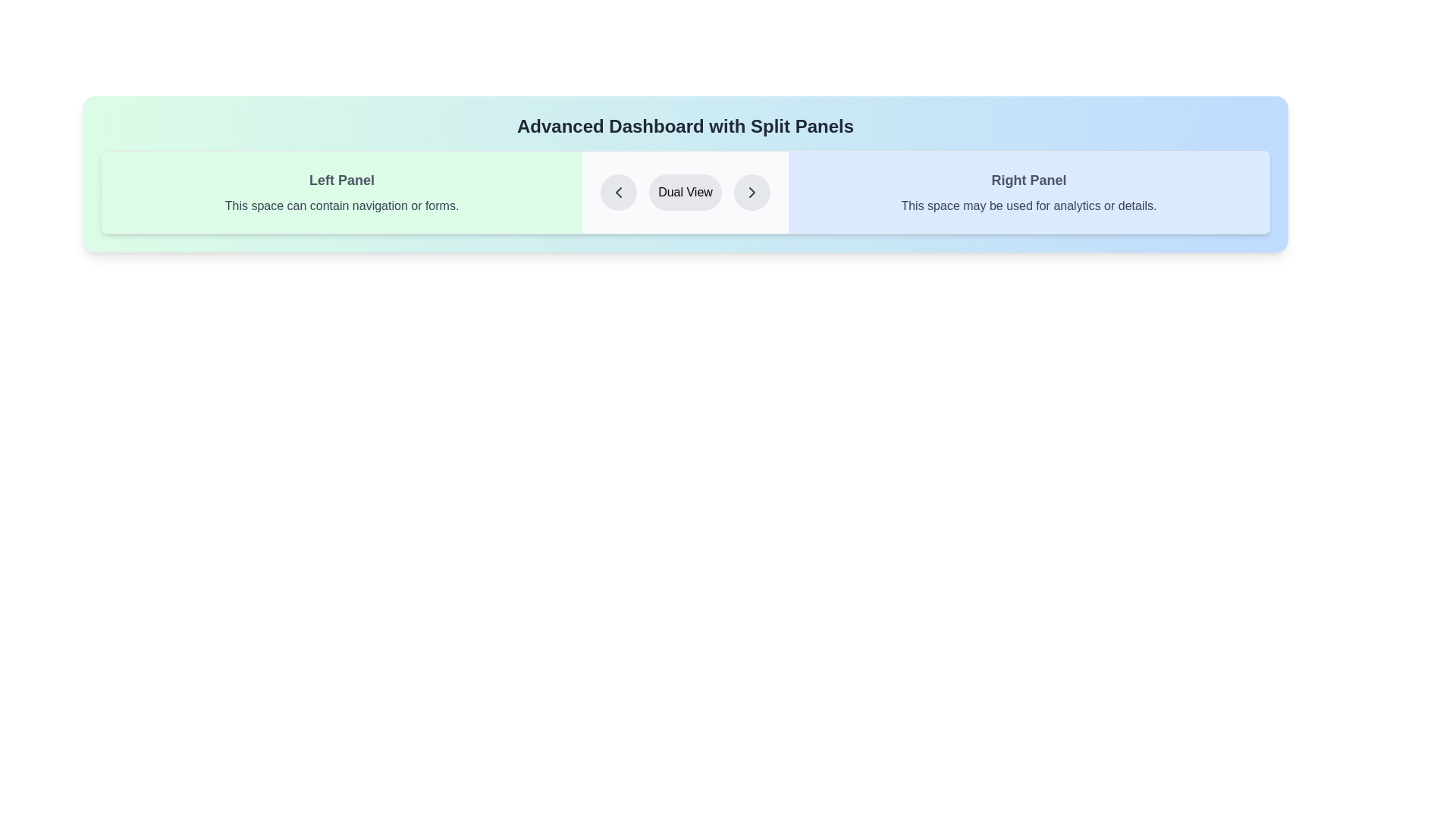 The height and width of the screenshot is (819, 1456). What do you see at coordinates (752, 192) in the screenshot?
I see `the chevron icon button, which is a gray triangular shape pointing to the right and located as the rightmost of three buttons in the control panel` at bounding box center [752, 192].